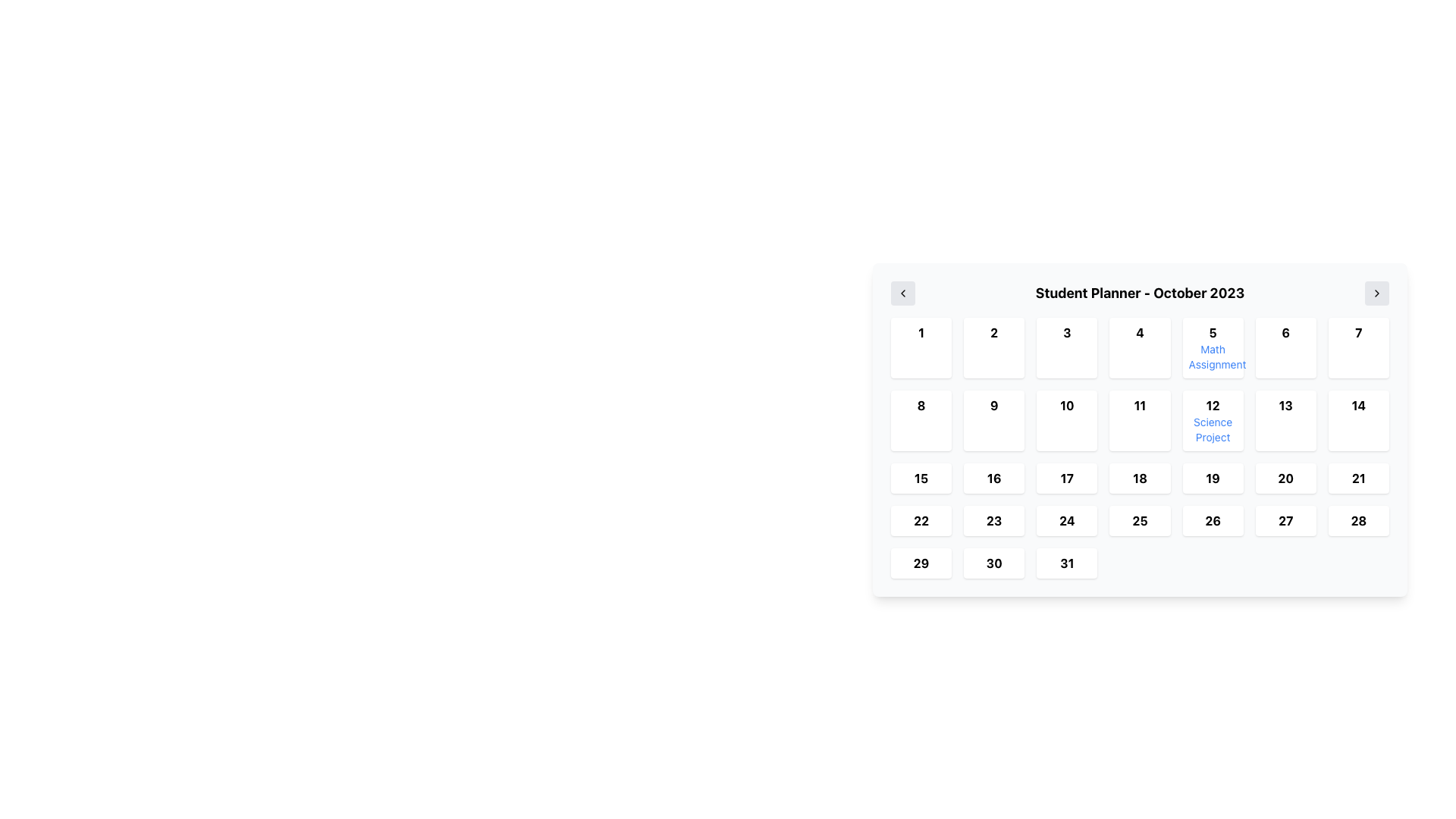 Image resolution: width=1456 pixels, height=819 pixels. I want to click on the bold-styled text displaying the number '9', so click(994, 405).